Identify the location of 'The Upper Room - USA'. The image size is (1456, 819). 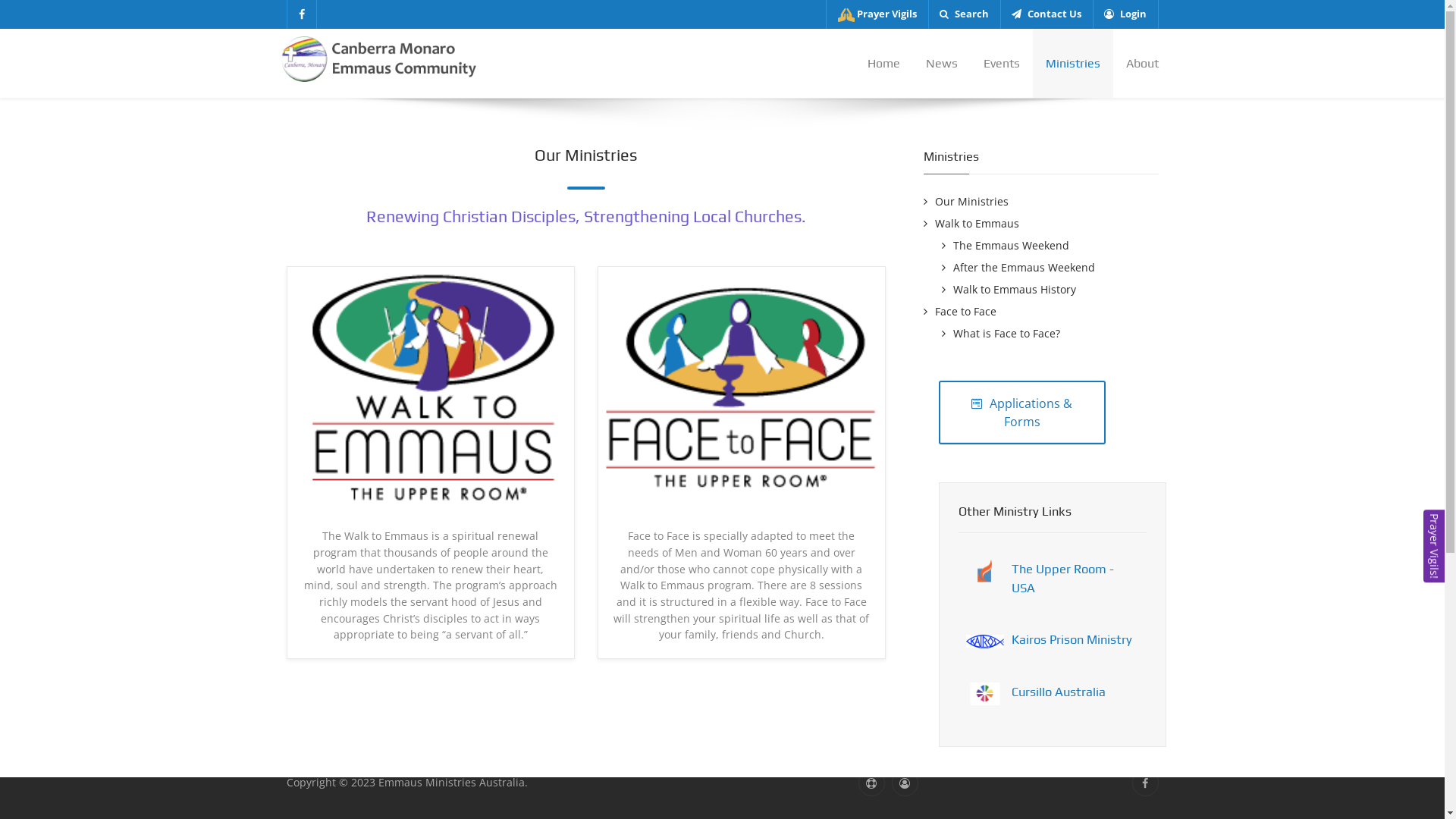
(1062, 578).